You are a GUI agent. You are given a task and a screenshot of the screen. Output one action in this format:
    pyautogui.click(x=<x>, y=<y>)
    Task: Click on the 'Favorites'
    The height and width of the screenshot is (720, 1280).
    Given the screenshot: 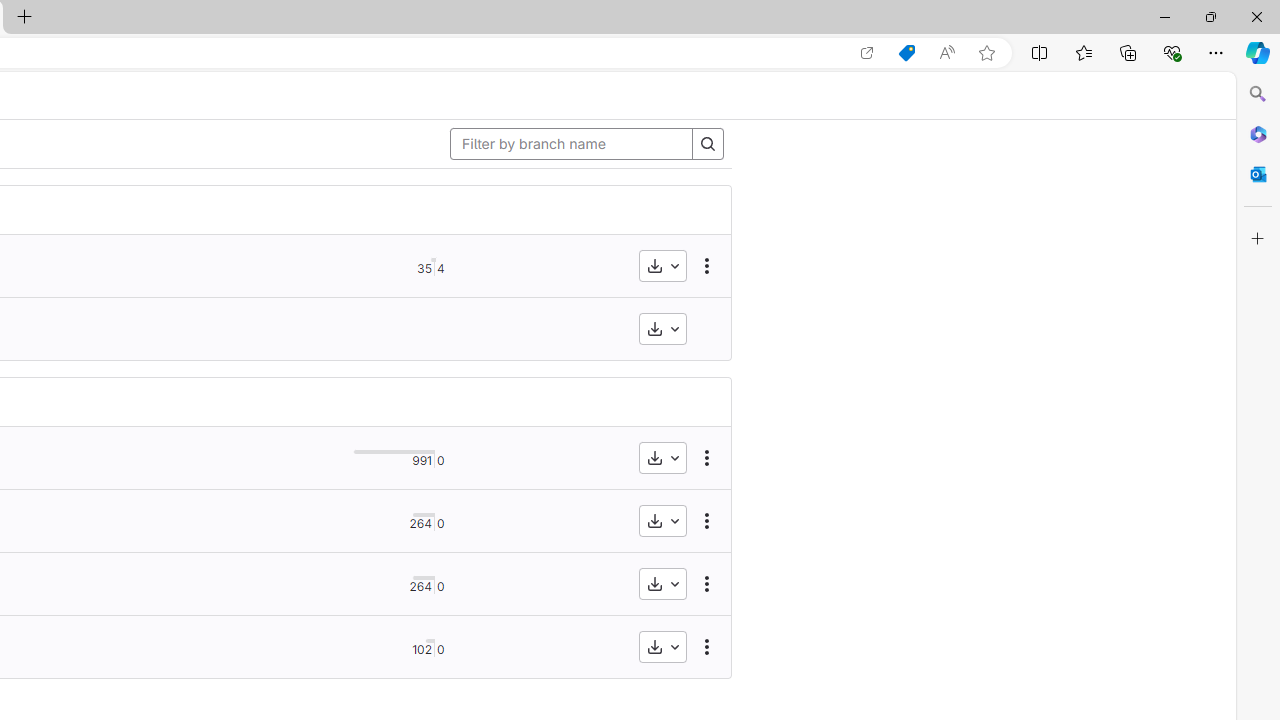 What is the action you would take?
    pyautogui.click(x=1082, y=51)
    